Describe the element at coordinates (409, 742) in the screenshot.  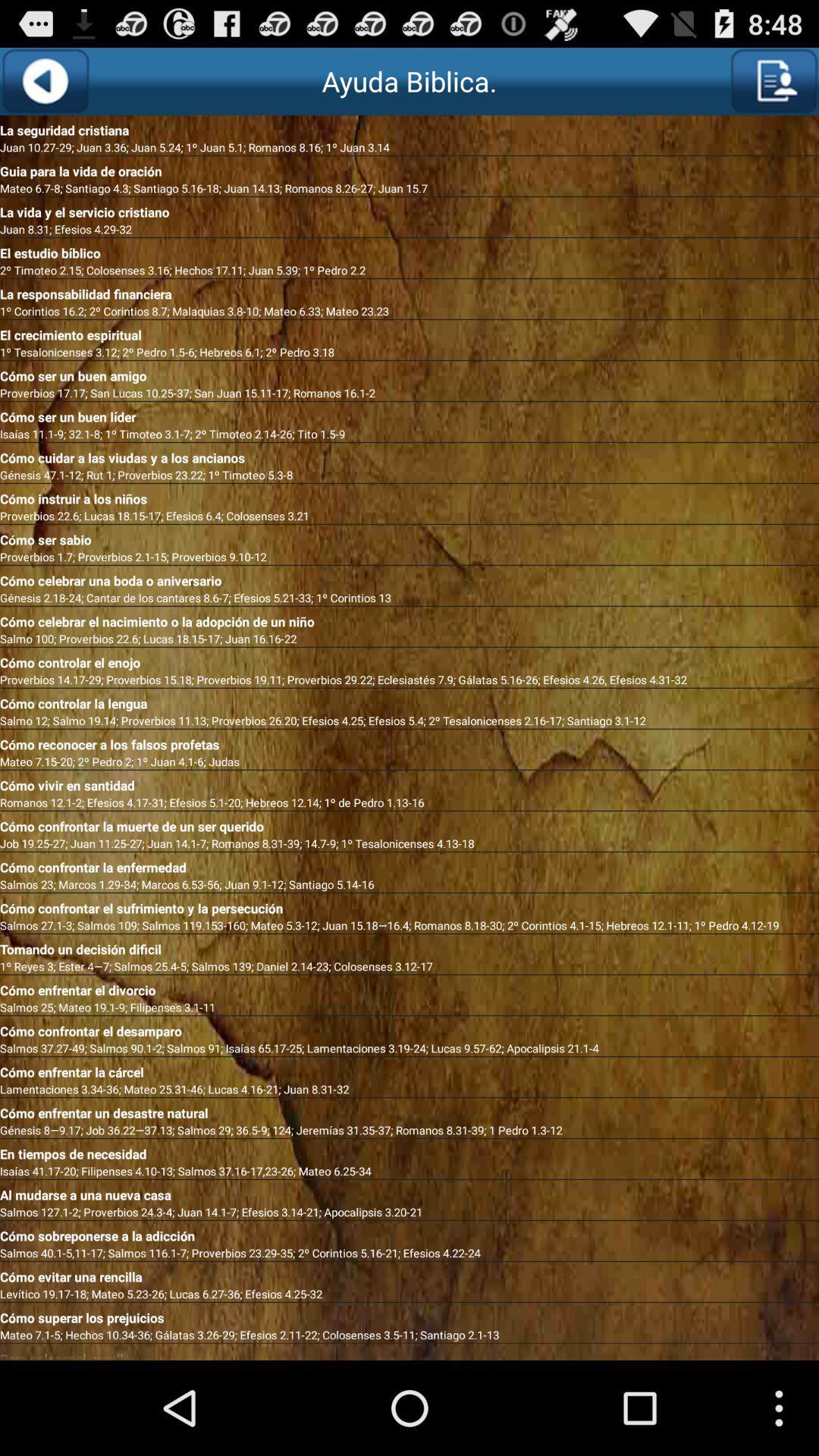
I see `app below the salmo 12 salmo app` at that location.